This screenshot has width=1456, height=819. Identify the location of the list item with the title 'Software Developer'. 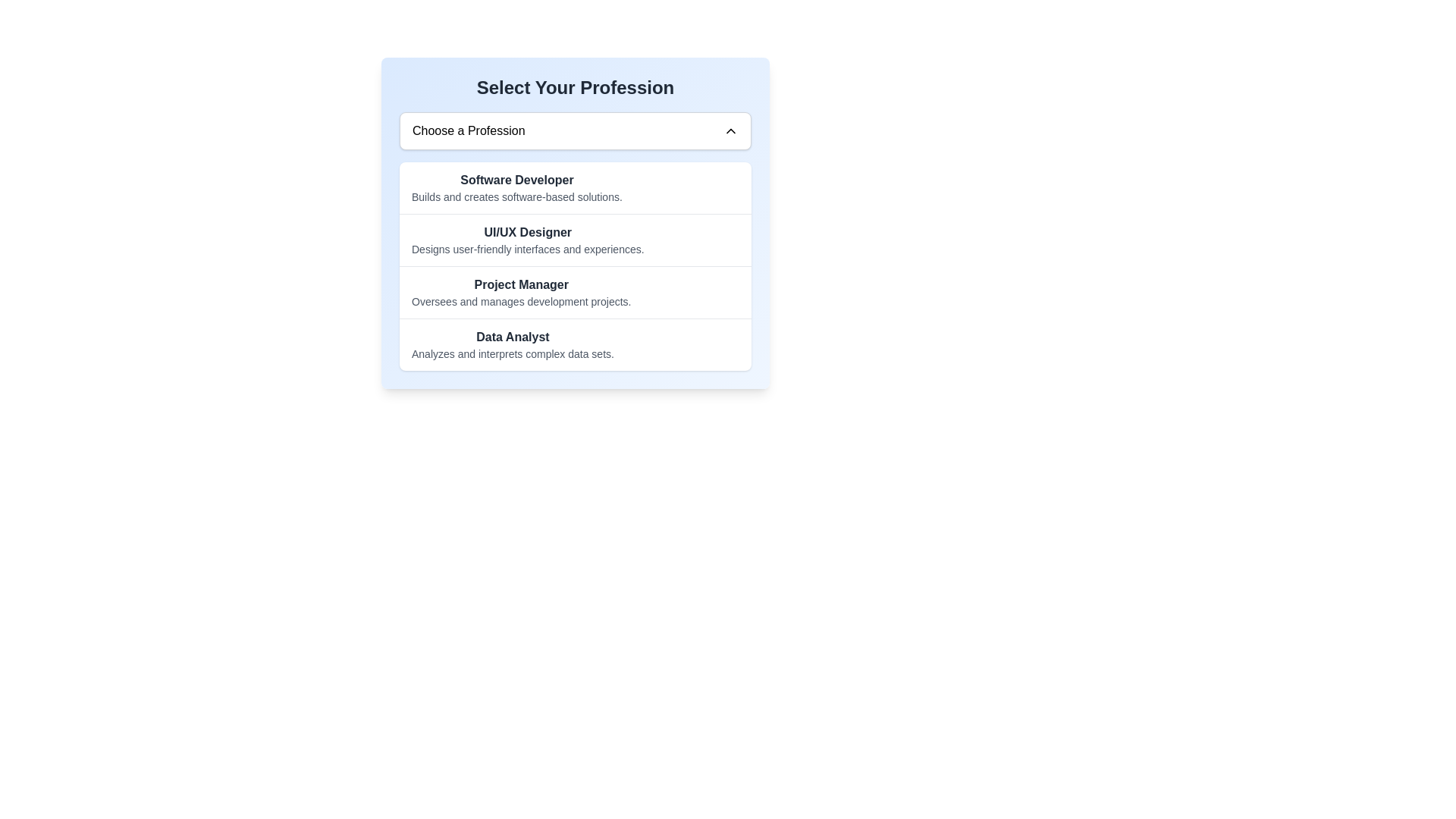
(516, 187).